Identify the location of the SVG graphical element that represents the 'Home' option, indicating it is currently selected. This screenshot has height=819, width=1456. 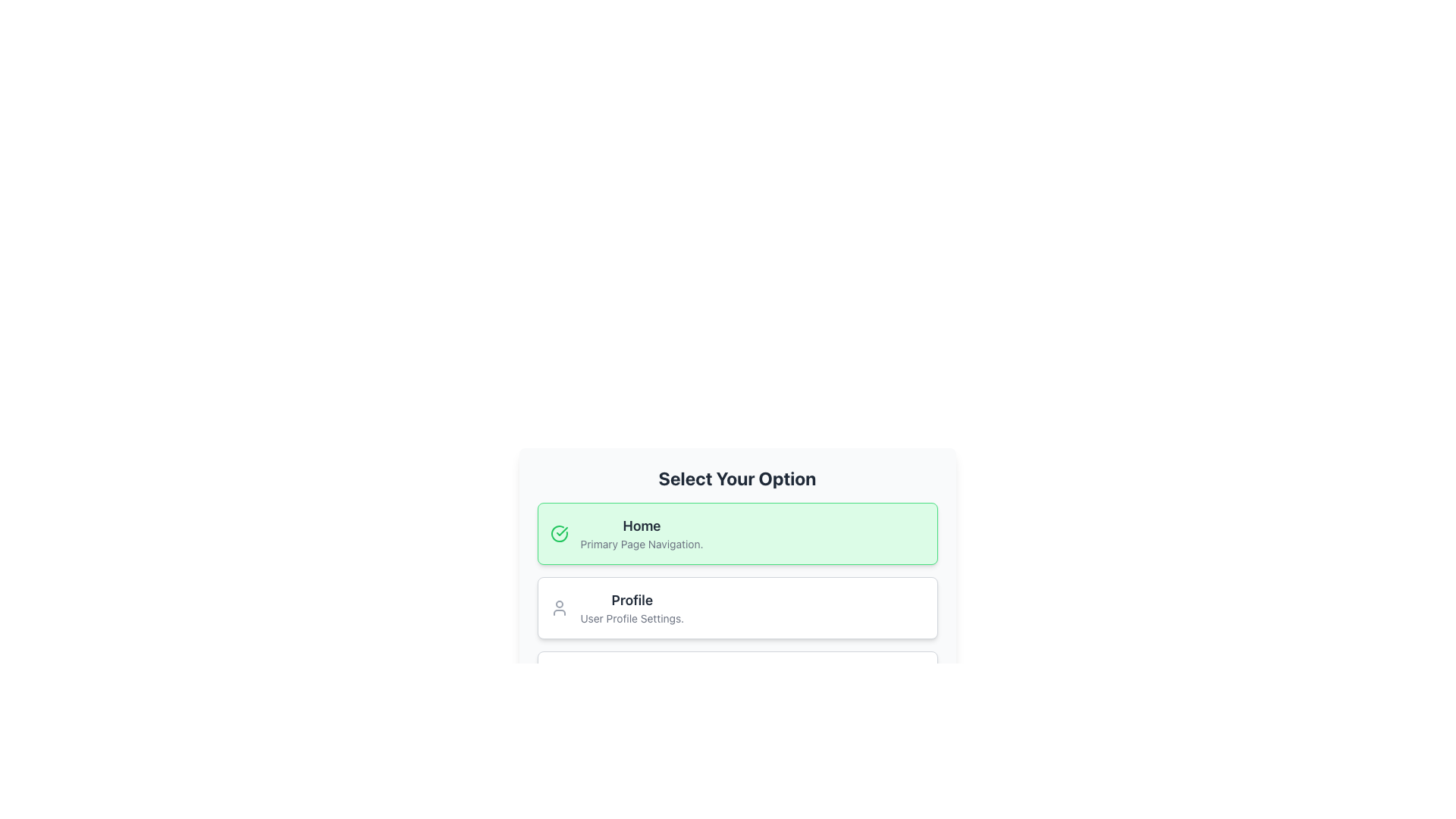
(558, 533).